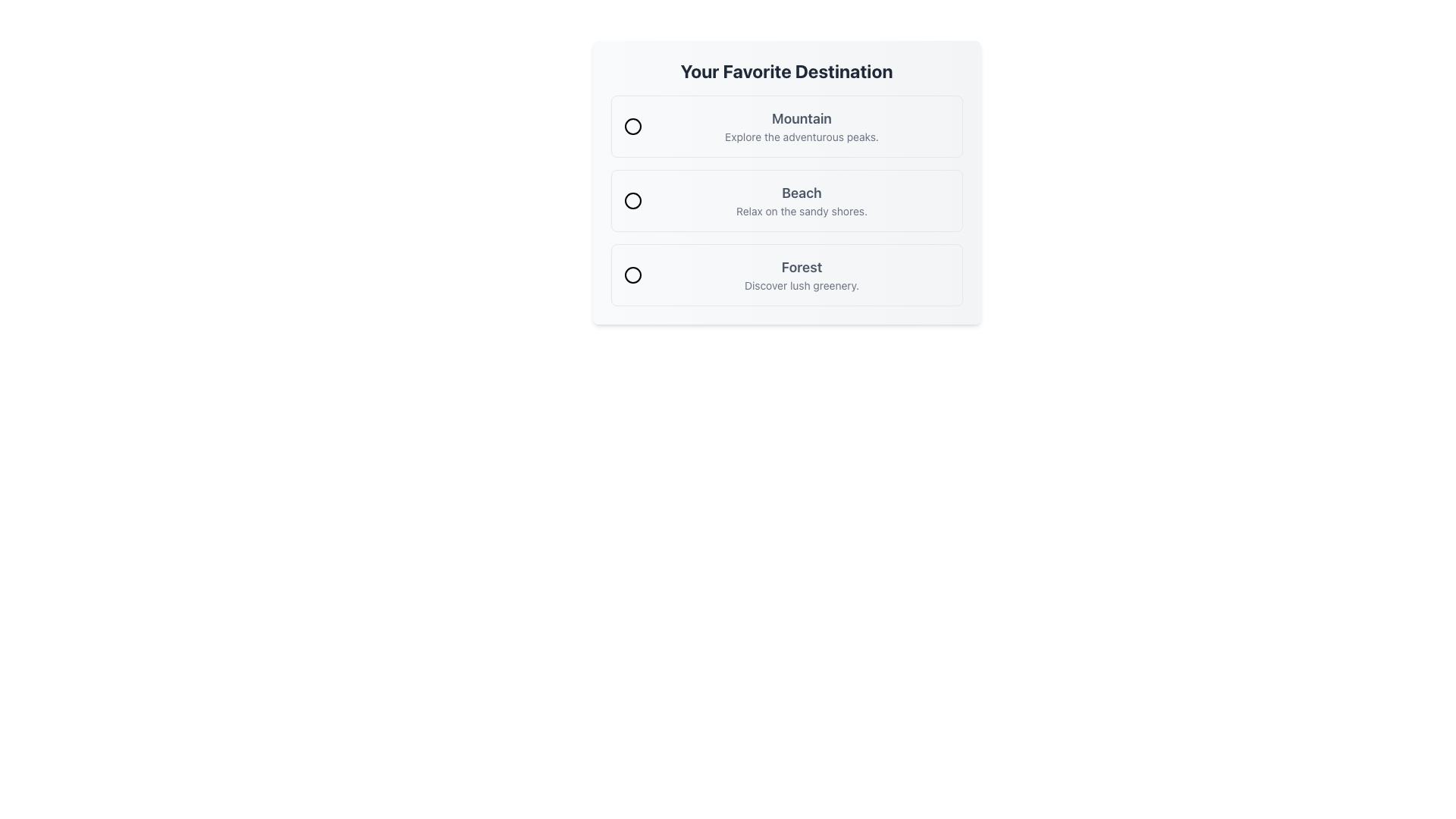 The image size is (1456, 819). What do you see at coordinates (801, 286) in the screenshot?
I see `the text element that reads 'Discover lush greenery.' positioned below the 'Forest' label in the destination options list` at bounding box center [801, 286].